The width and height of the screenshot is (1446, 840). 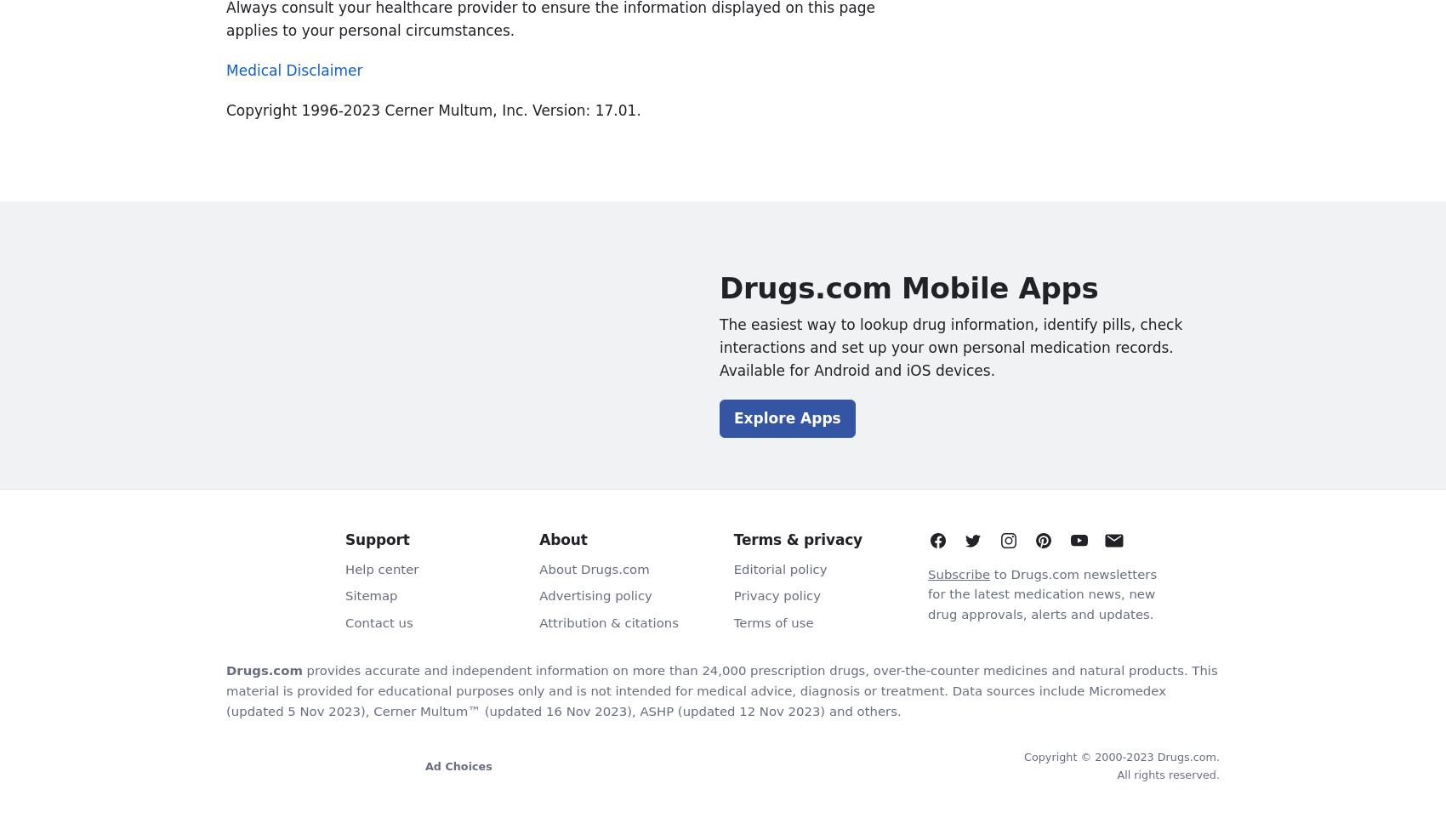 I want to click on 'All rights reserved.', so click(x=1117, y=773).